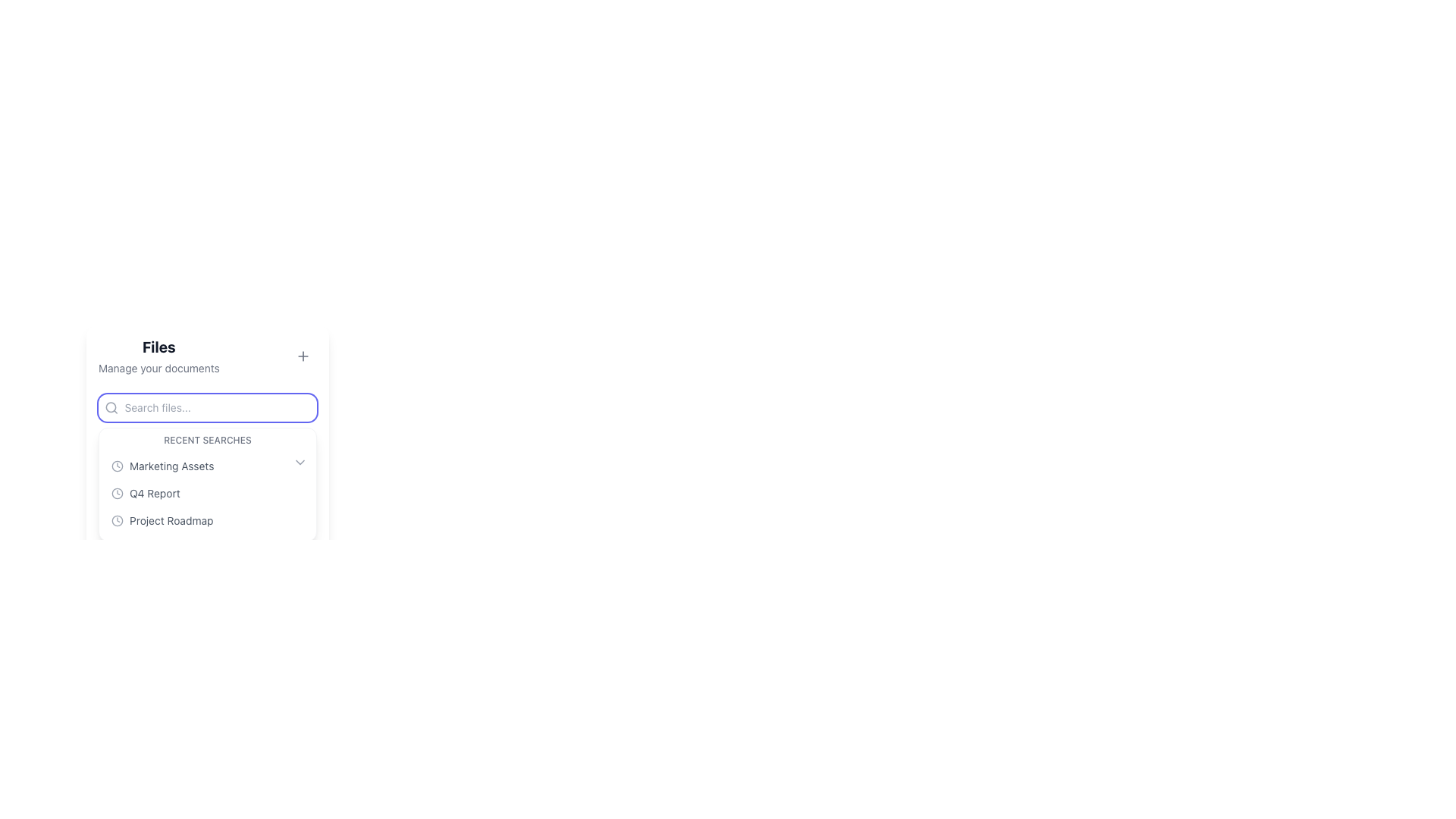 The image size is (1456, 819). What do you see at coordinates (110, 406) in the screenshot?
I see `the circular element that is part of the search icon located on the left side of the search bar in the upper section of the interface` at bounding box center [110, 406].